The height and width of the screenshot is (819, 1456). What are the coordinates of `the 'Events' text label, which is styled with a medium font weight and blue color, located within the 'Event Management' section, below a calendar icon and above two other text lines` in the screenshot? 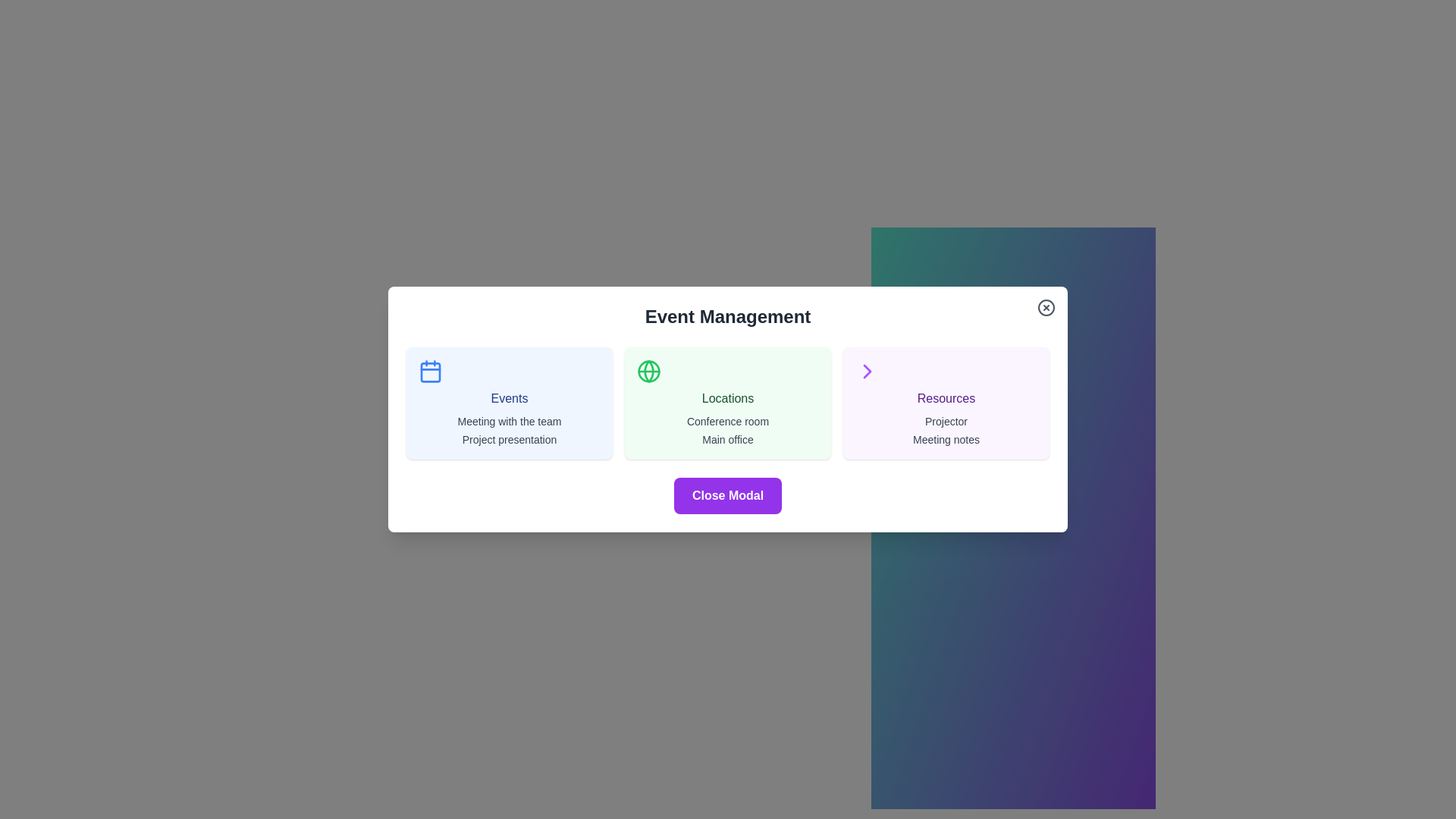 It's located at (510, 397).